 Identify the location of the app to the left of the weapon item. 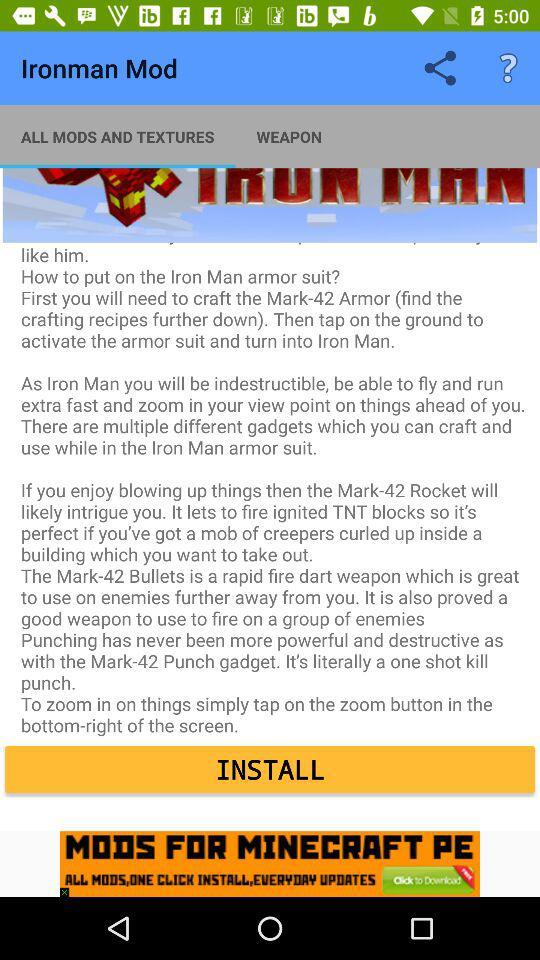
(117, 135).